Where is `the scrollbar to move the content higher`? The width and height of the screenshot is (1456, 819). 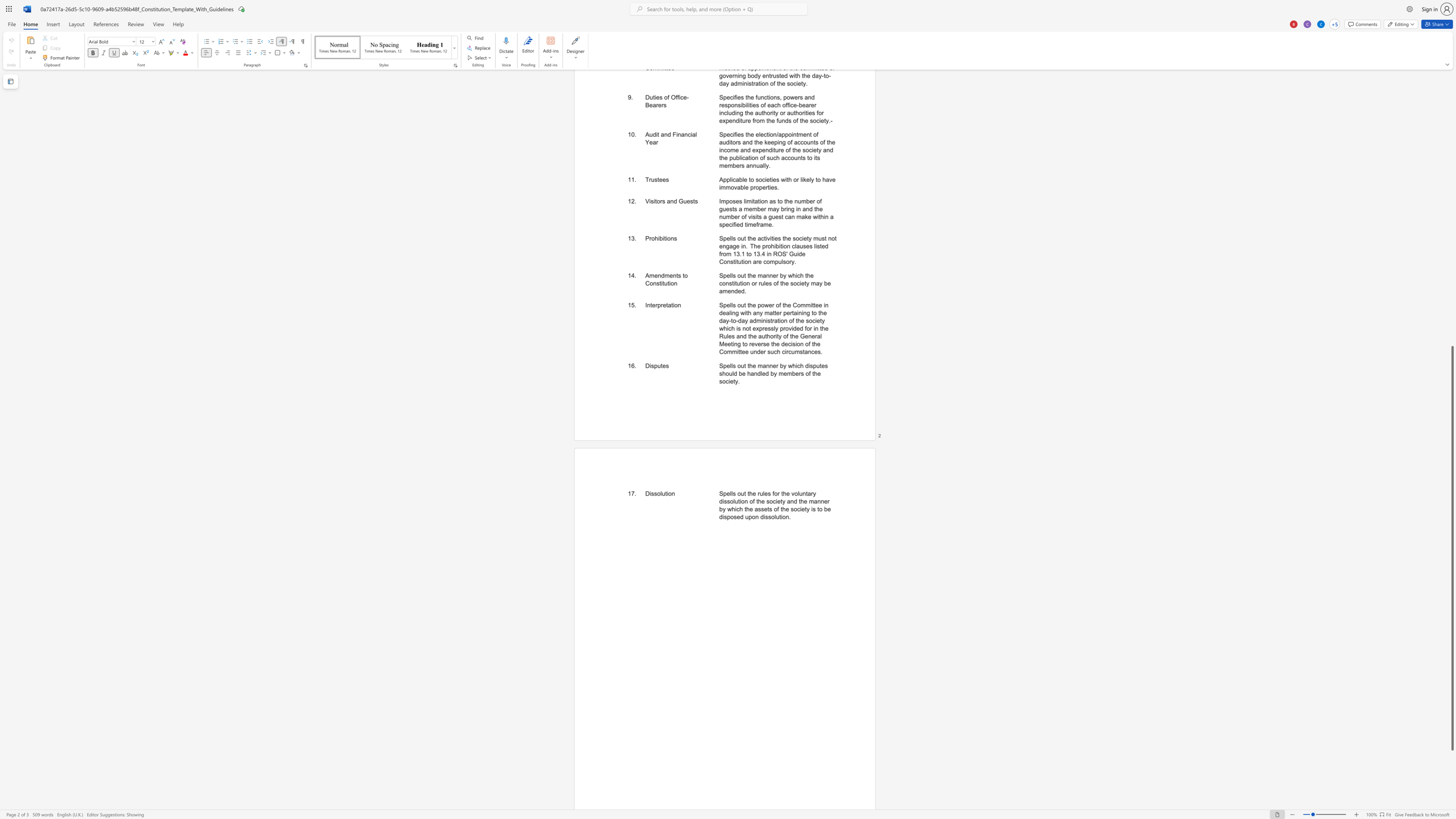
the scrollbar to move the content higher is located at coordinates (1451, 178).